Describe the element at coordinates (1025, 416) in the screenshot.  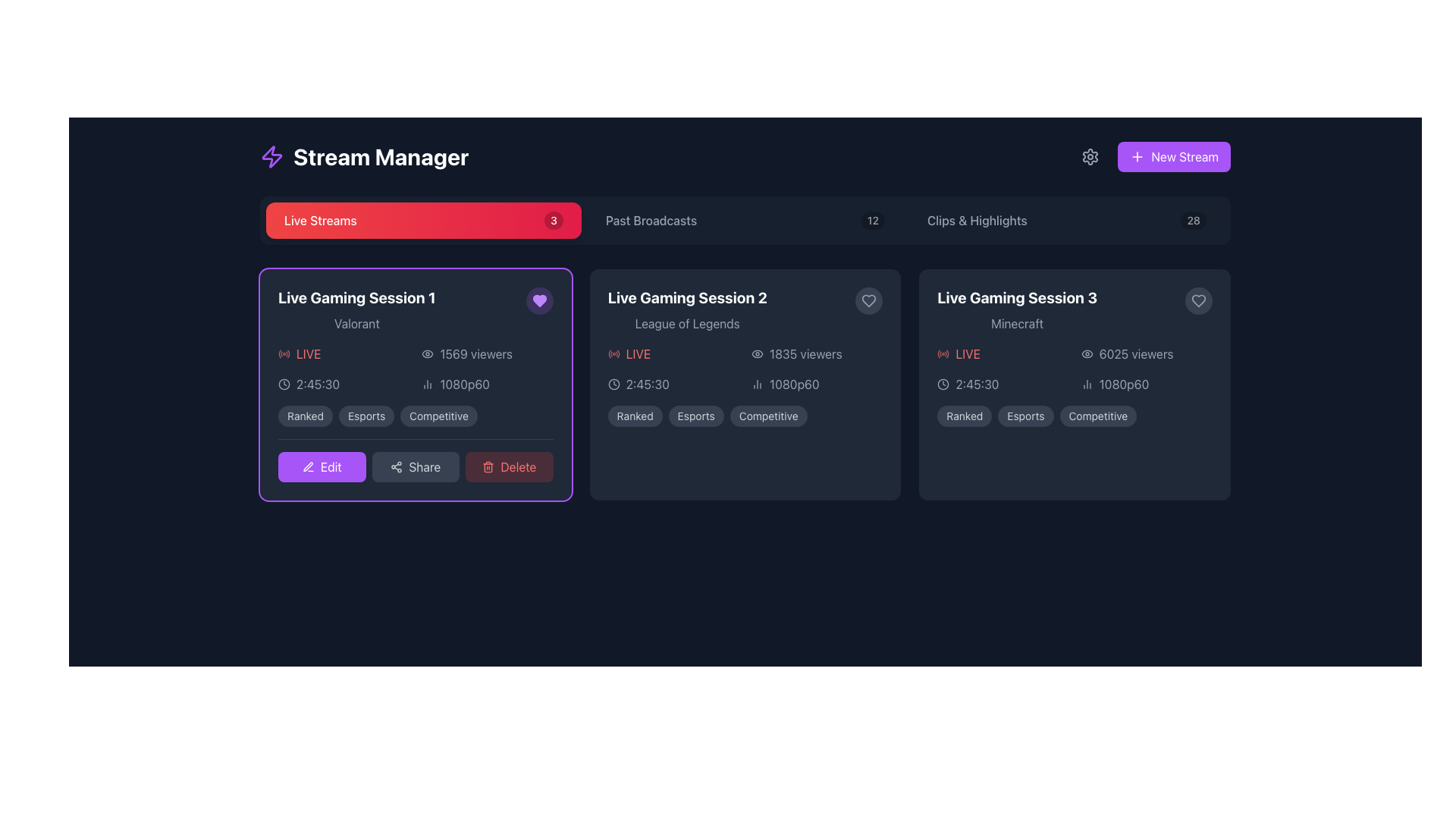
I see `'Esports' label, which is the second item in the group of three labels ('Ranked', 'Esports', 'Competitive') located below the session details in the 'Live Gaming Session 3' card` at that location.